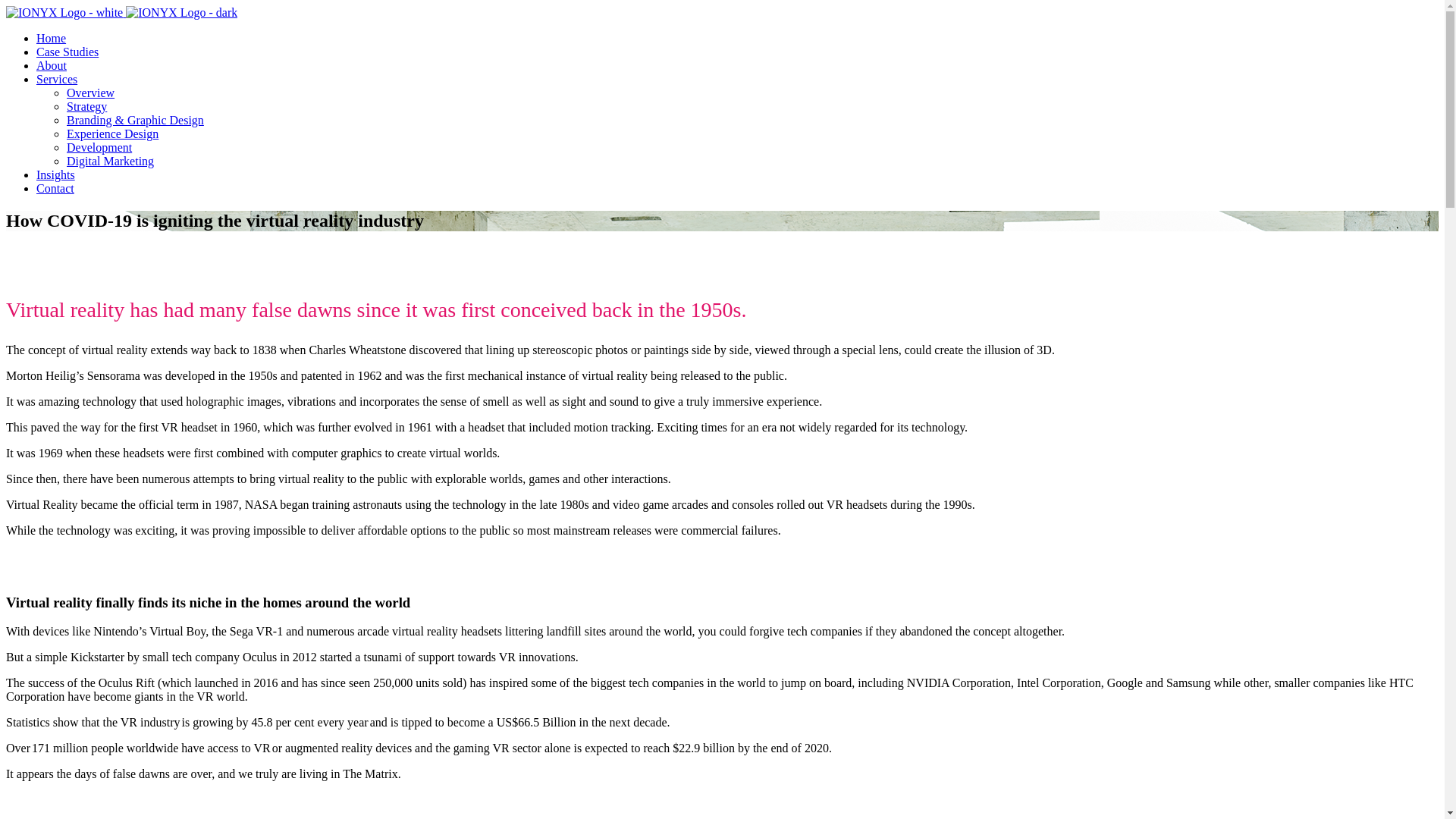 The image size is (1456, 819). I want to click on 'Branding & Graphic Design', so click(135, 119).